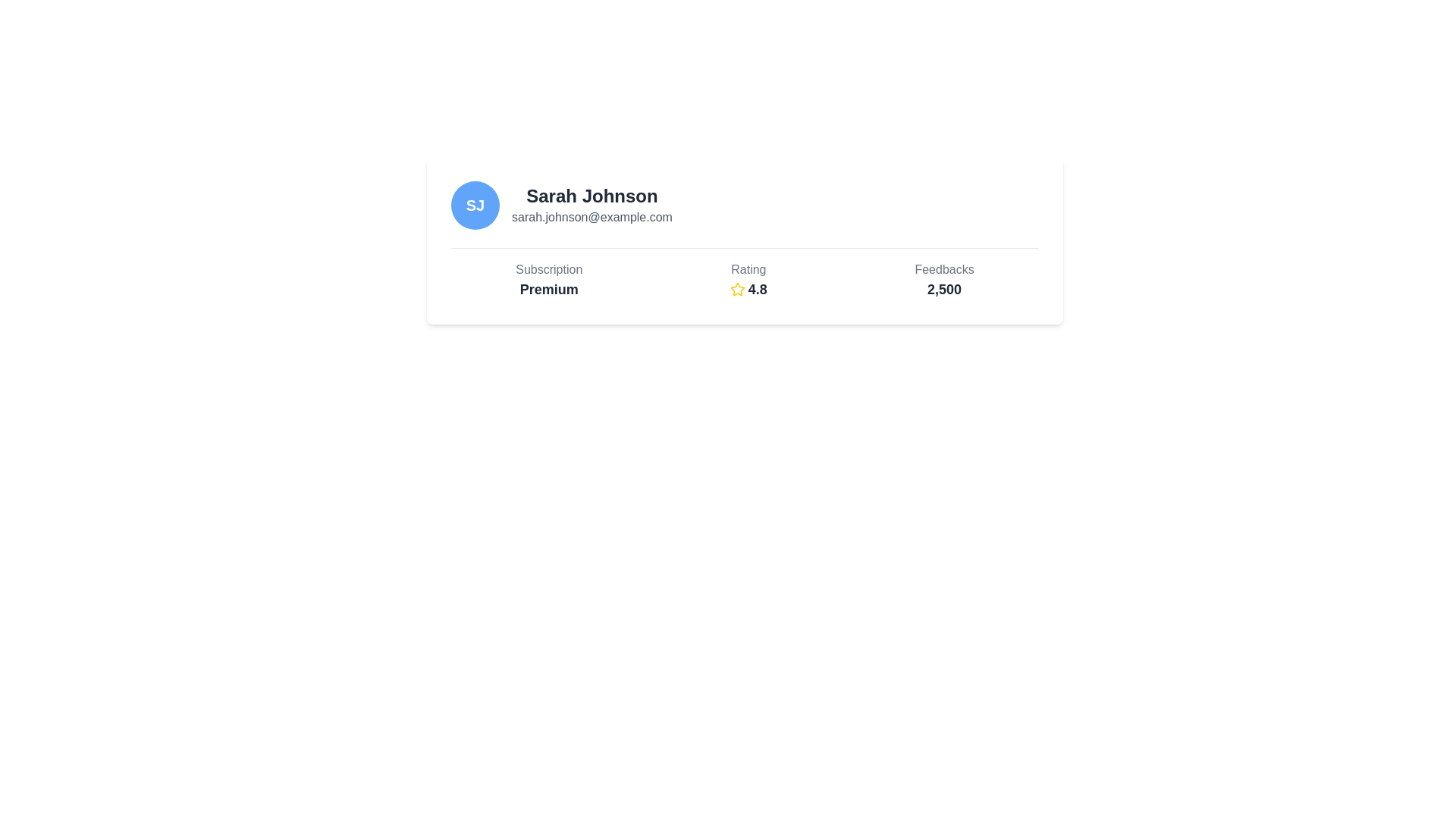 The height and width of the screenshot is (819, 1456). Describe the element at coordinates (943, 289) in the screenshot. I see `the numeric display reading '2,500' styled in bold dark gray font, located beneath the label 'Feedbacks' in the bottom-right portion of a card layout` at that location.